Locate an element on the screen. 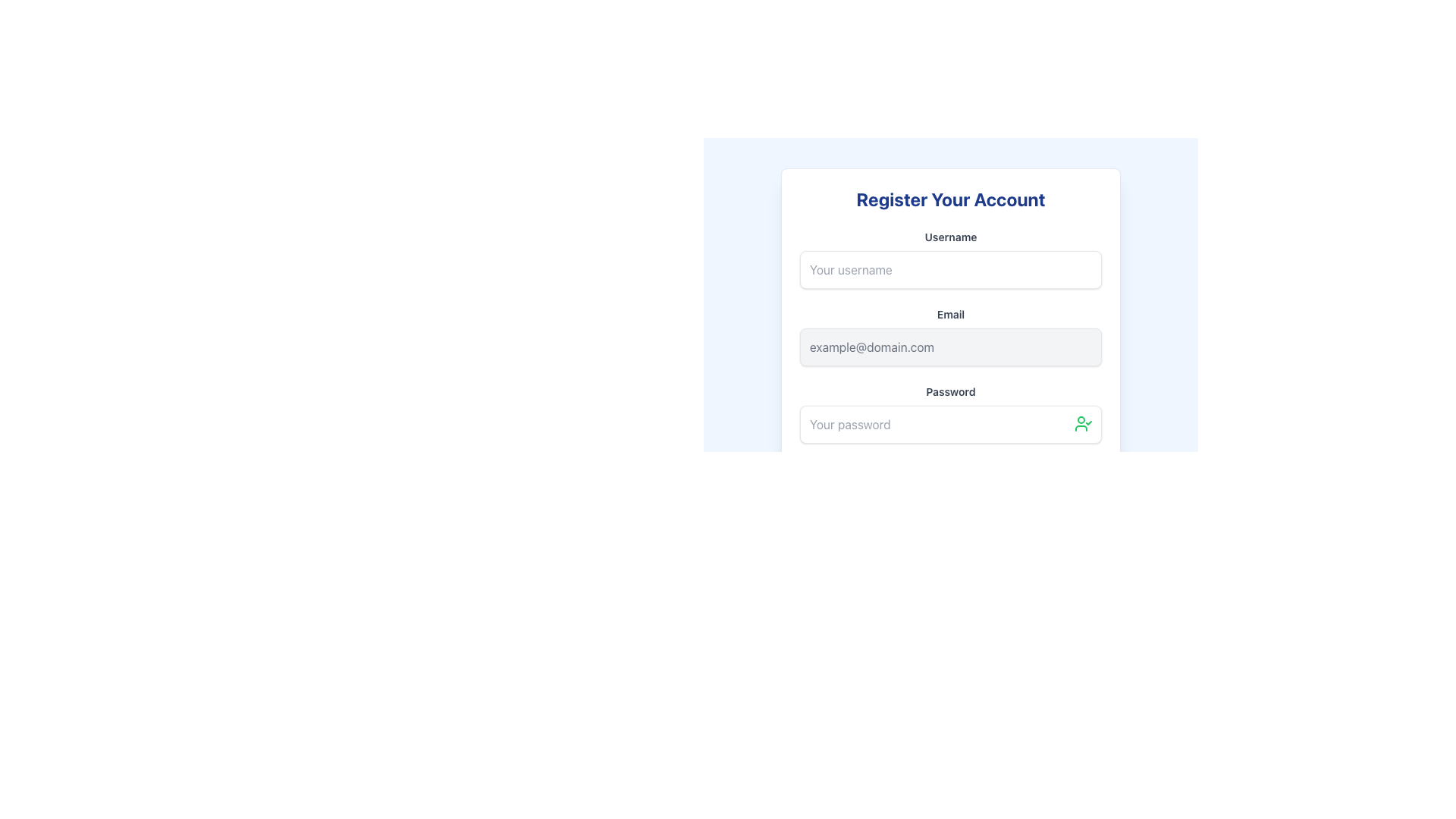 The height and width of the screenshot is (819, 1456). the Static Text Header element, which is a bold, large blue header text centered at the top of the registration form, located directly above the username input field is located at coordinates (949, 198).